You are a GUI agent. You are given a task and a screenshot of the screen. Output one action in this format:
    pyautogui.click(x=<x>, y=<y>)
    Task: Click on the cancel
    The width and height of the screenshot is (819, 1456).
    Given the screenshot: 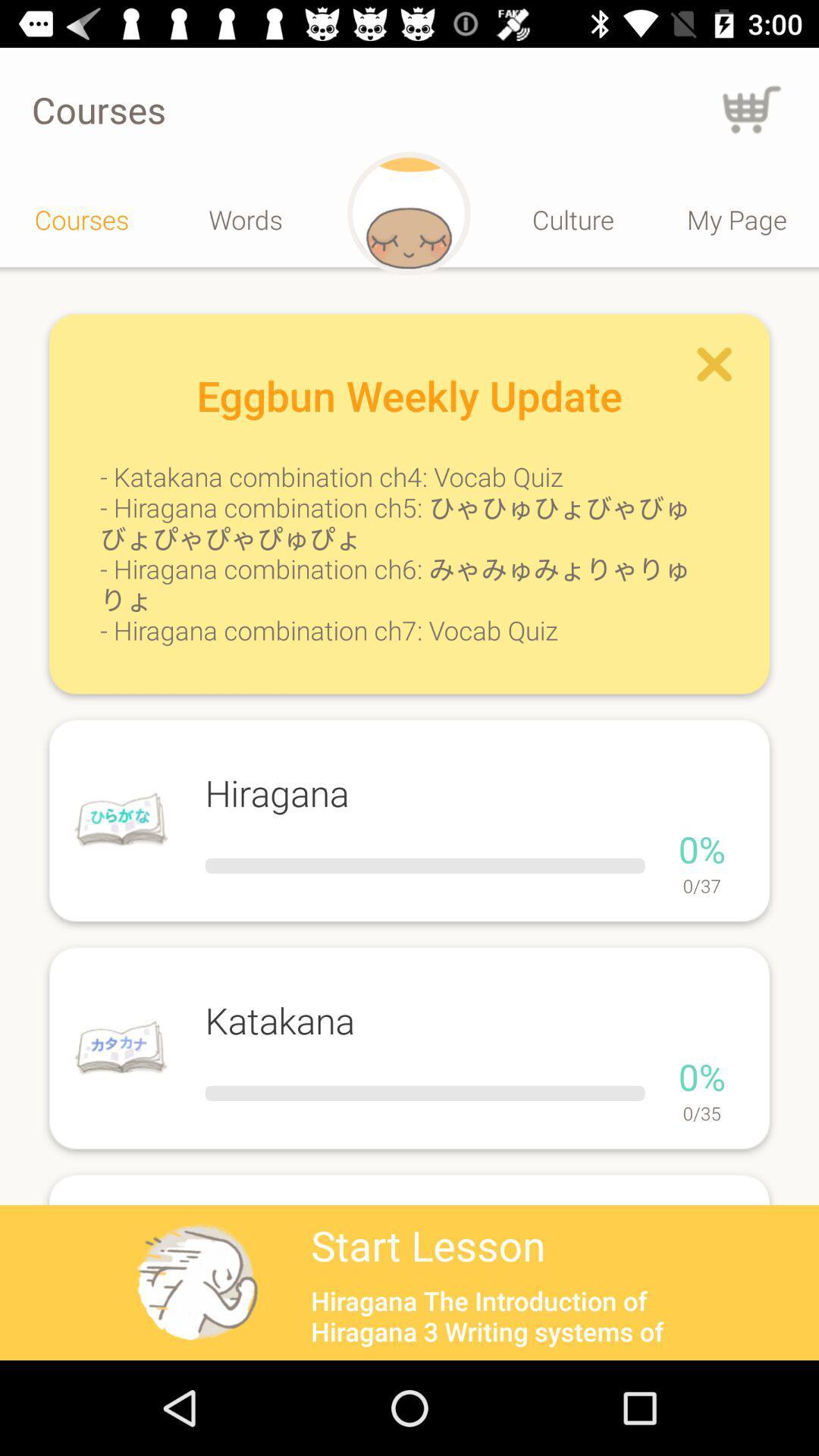 What is the action you would take?
    pyautogui.click(x=714, y=365)
    